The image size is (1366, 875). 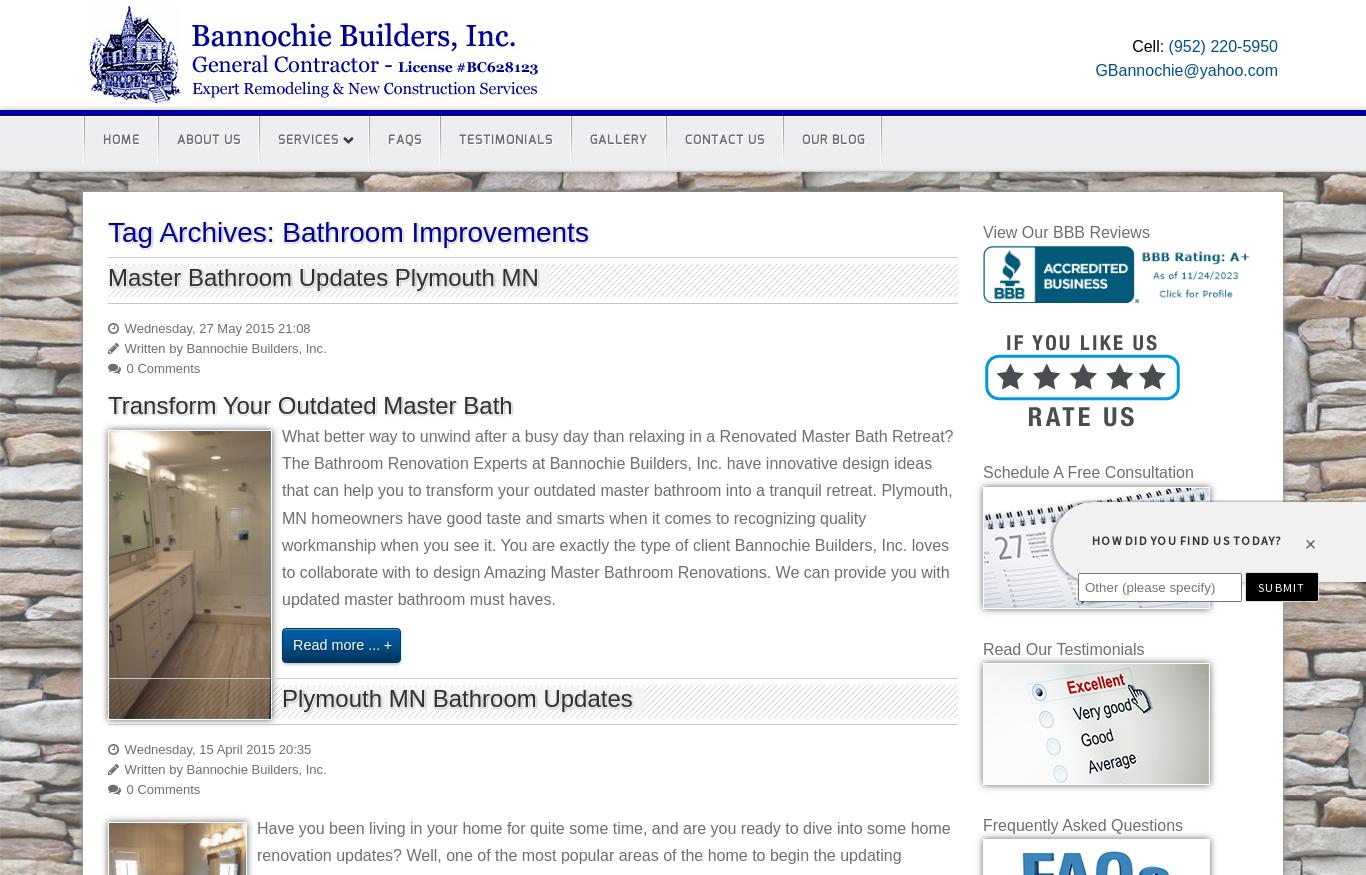 What do you see at coordinates (194, 232) in the screenshot?
I see `'Tag Archives:'` at bounding box center [194, 232].